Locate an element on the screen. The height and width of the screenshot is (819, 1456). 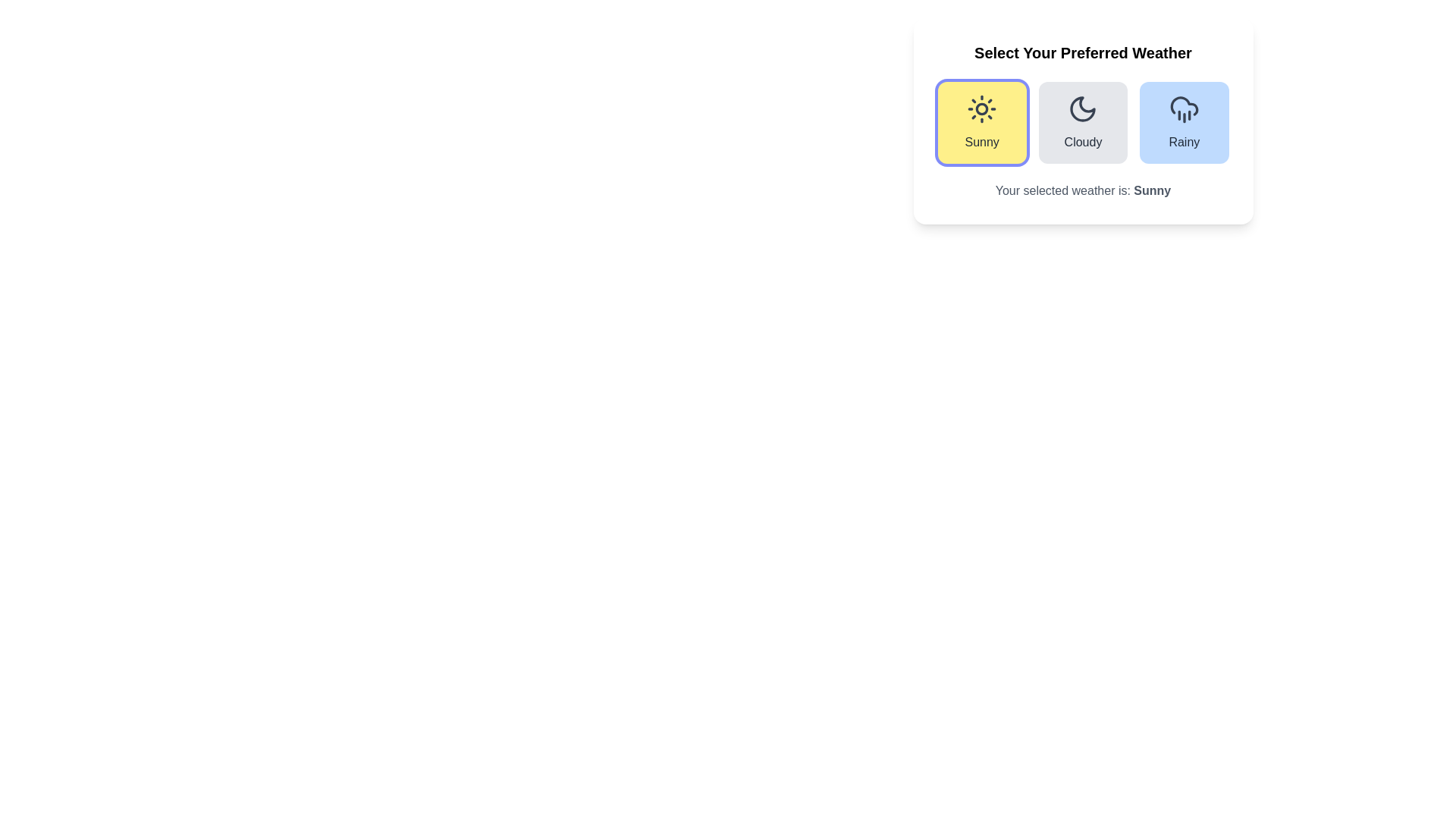
the sunny weather icon located in the highlighted section labeled 'Sunny', which is positioned above the word 'Sunny' in the weather selection panel is located at coordinates (982, 108).